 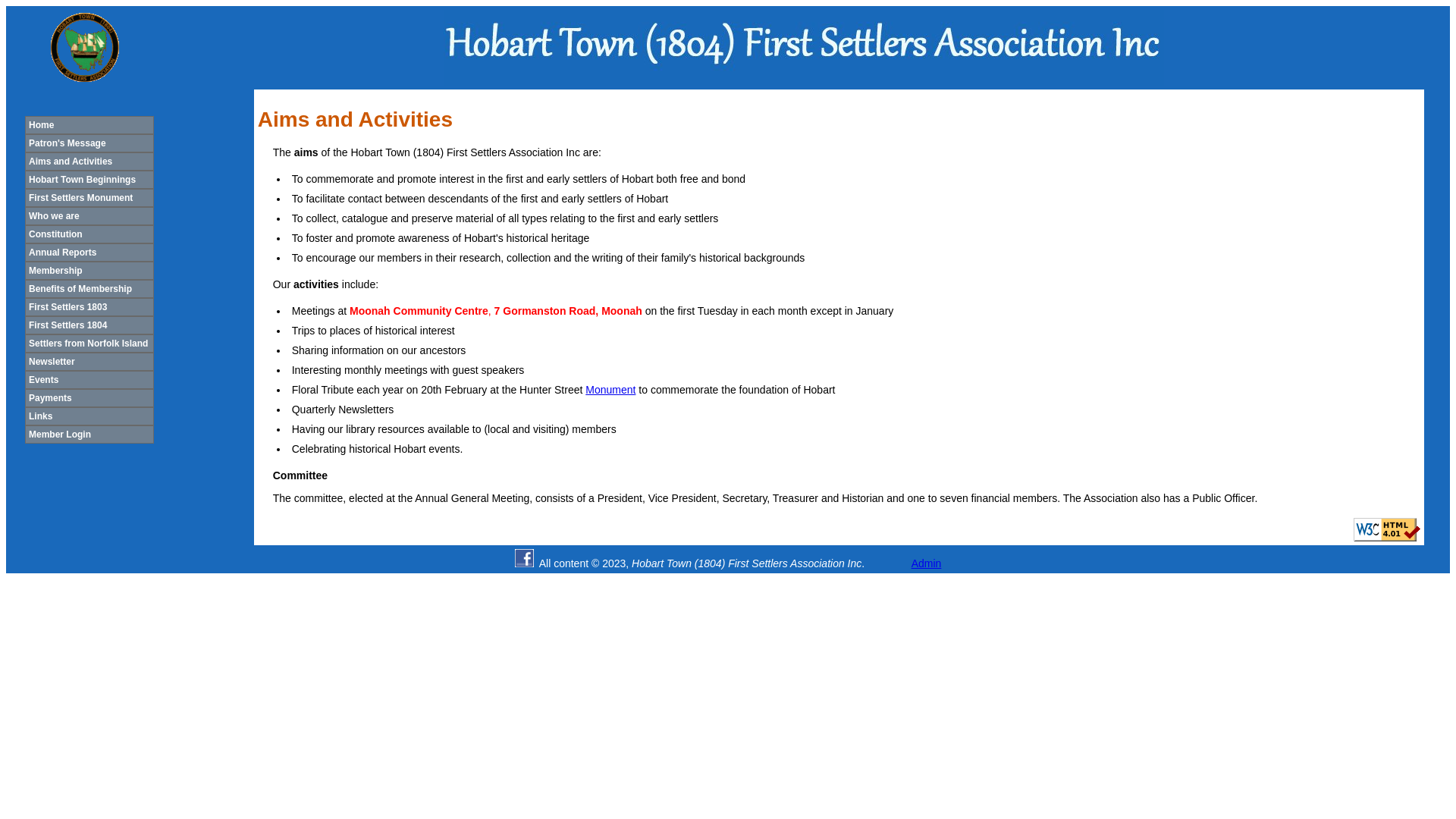 I want to click on 'First Settlers 1804', so click(x=89, y=324).